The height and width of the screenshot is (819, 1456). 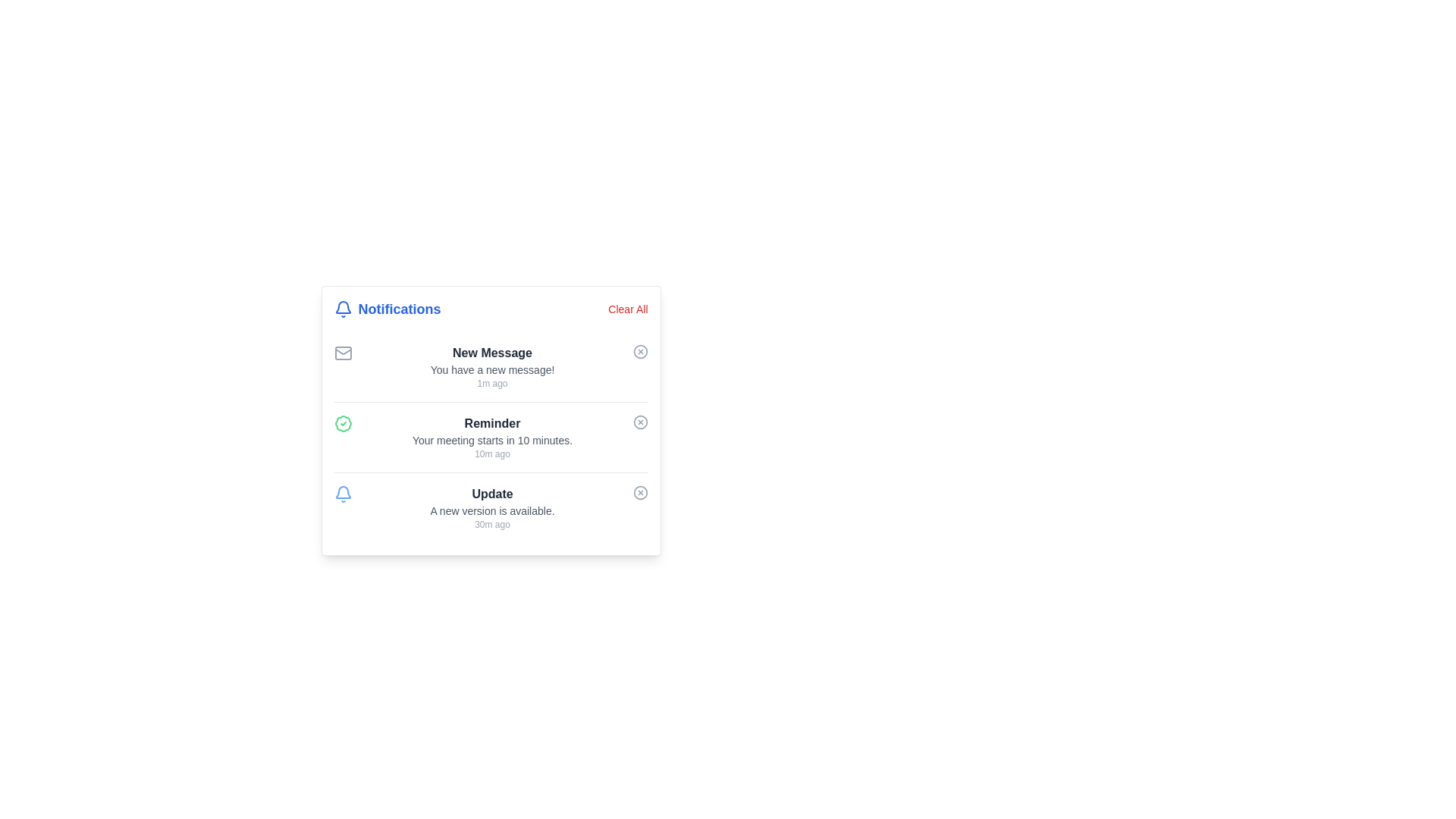 What do you see at coordinates (628, 309) in the screenshot?
I see `the 'Clear All' button to trigger the underline effect on the text` at bounding box center [628, 309].